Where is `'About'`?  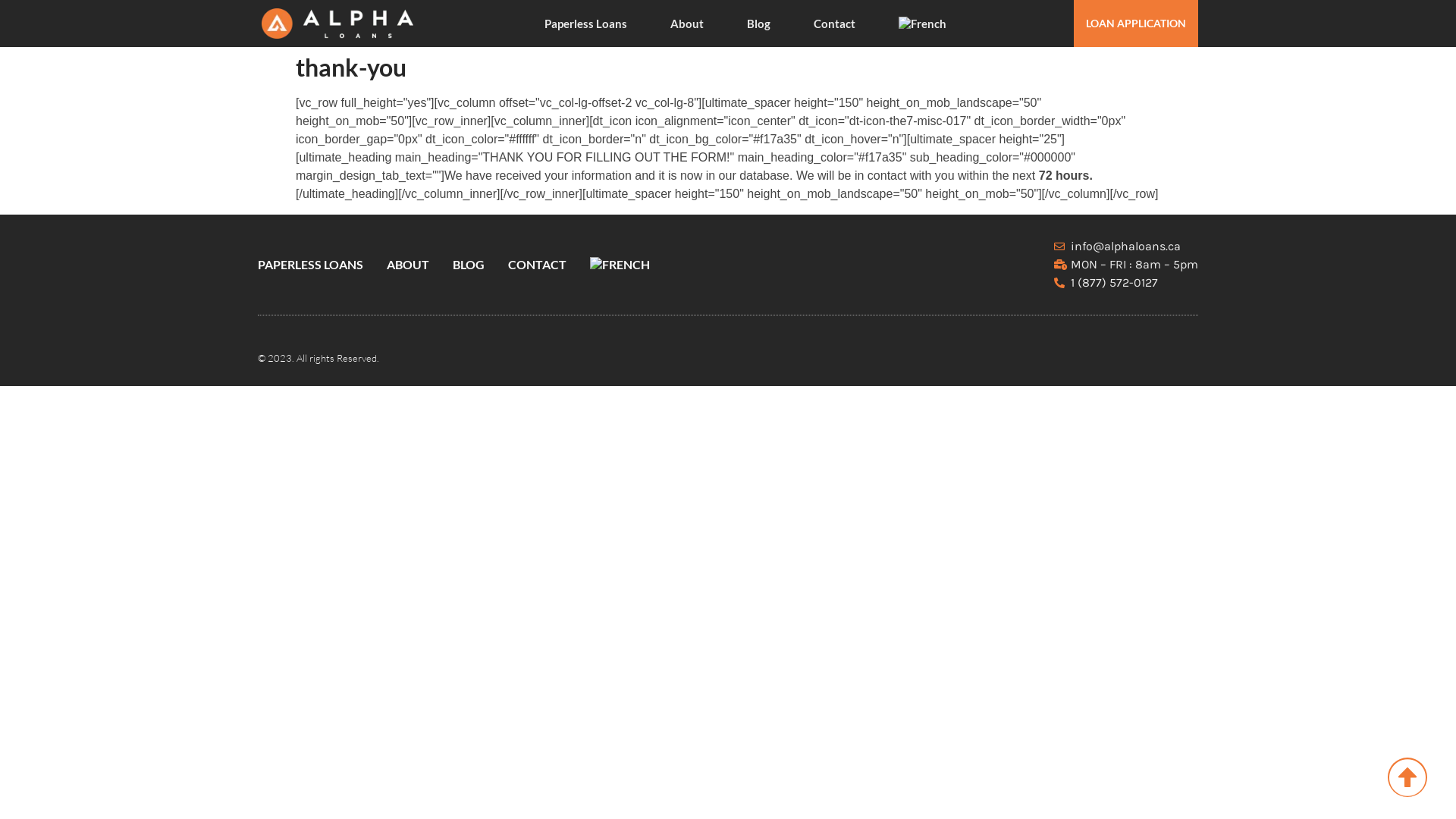 'About' is located at coordinates (686, 23).